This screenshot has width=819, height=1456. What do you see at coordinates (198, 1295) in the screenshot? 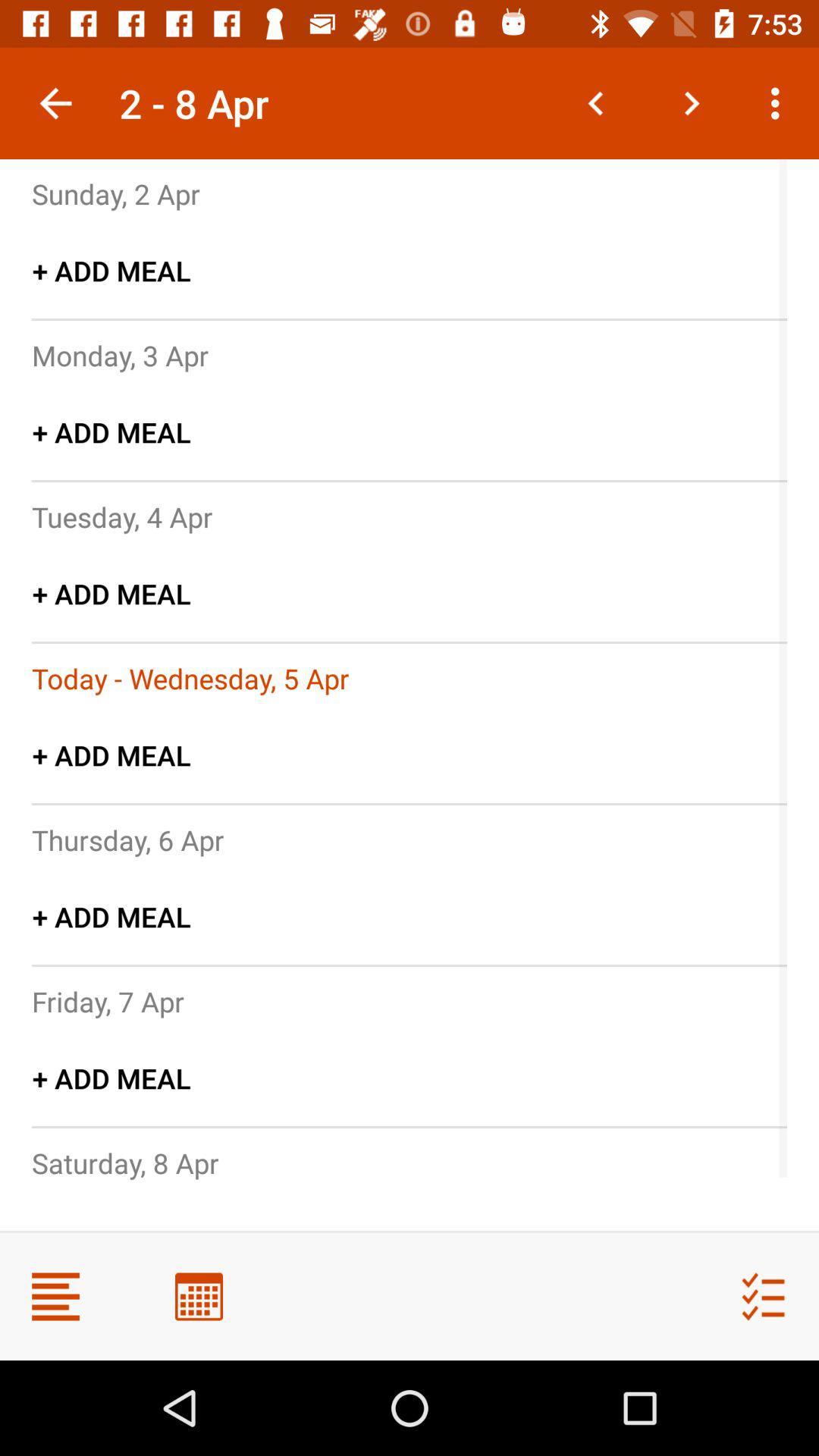
I see `switch to calendar` at bounding box center [198, 1295].